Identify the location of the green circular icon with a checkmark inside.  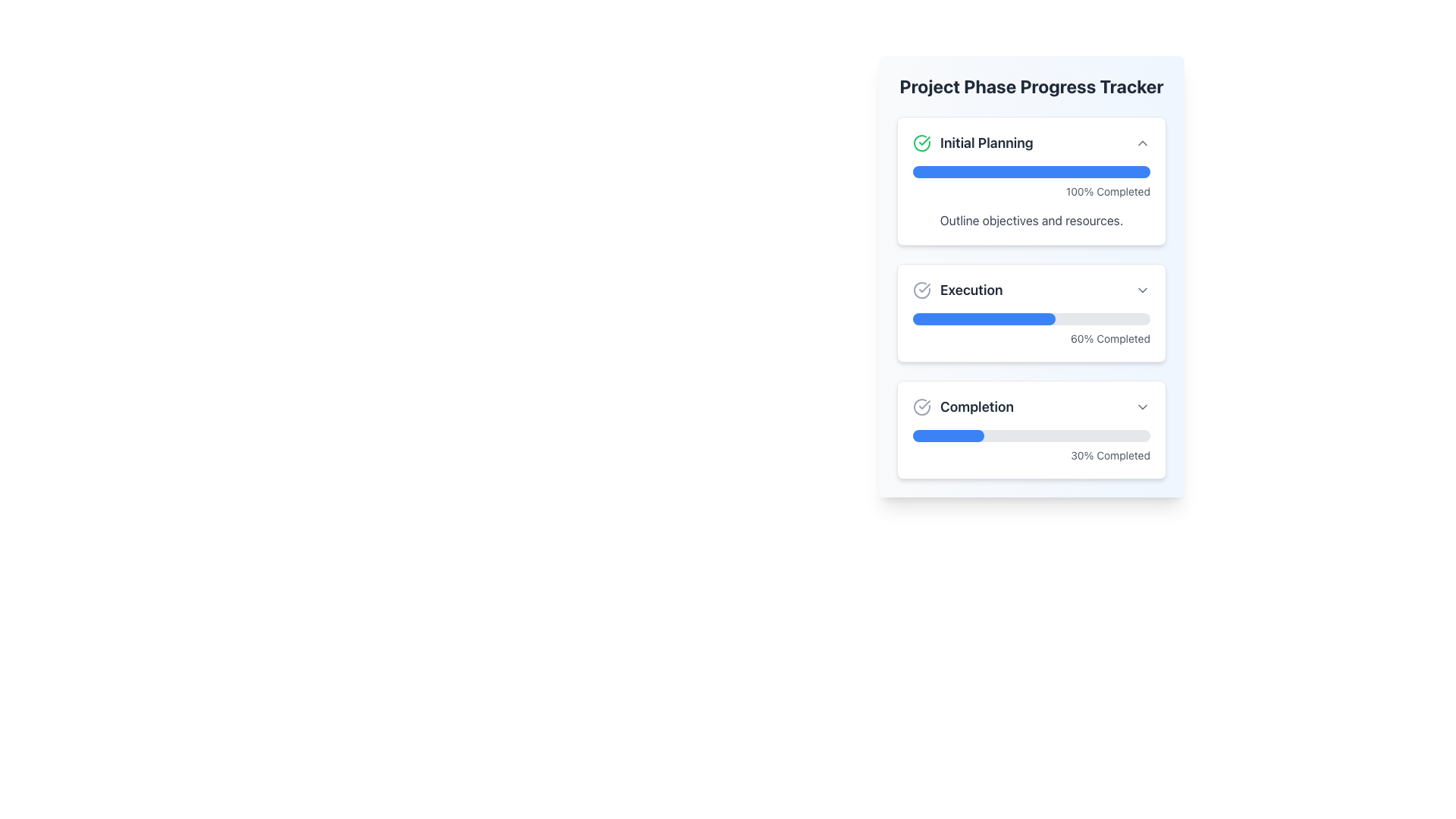
(921, 143).